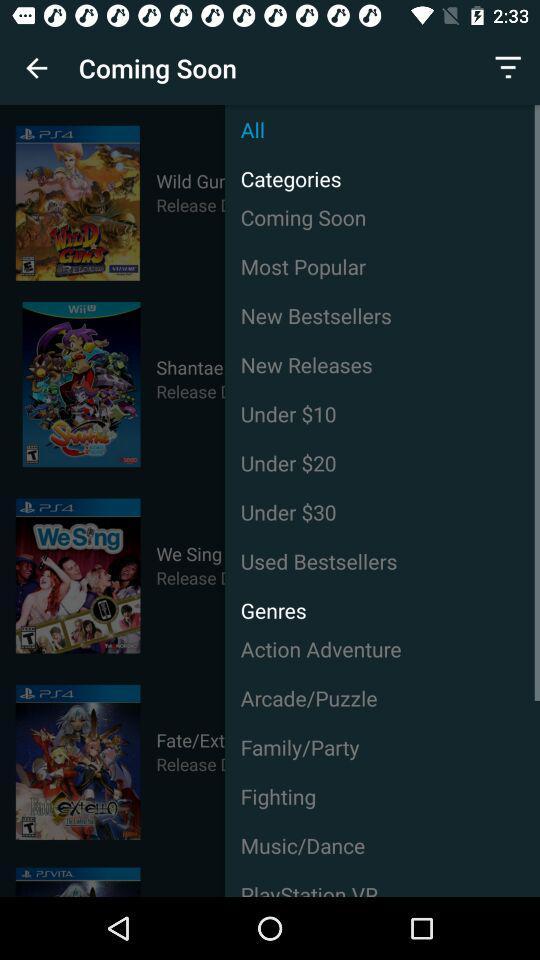 The width and height of the screenshot is (540, 960). What do you see at coordinates (382, 463) in the screenshot?
I see `the under $20 item` at bounding box center [382, 463].